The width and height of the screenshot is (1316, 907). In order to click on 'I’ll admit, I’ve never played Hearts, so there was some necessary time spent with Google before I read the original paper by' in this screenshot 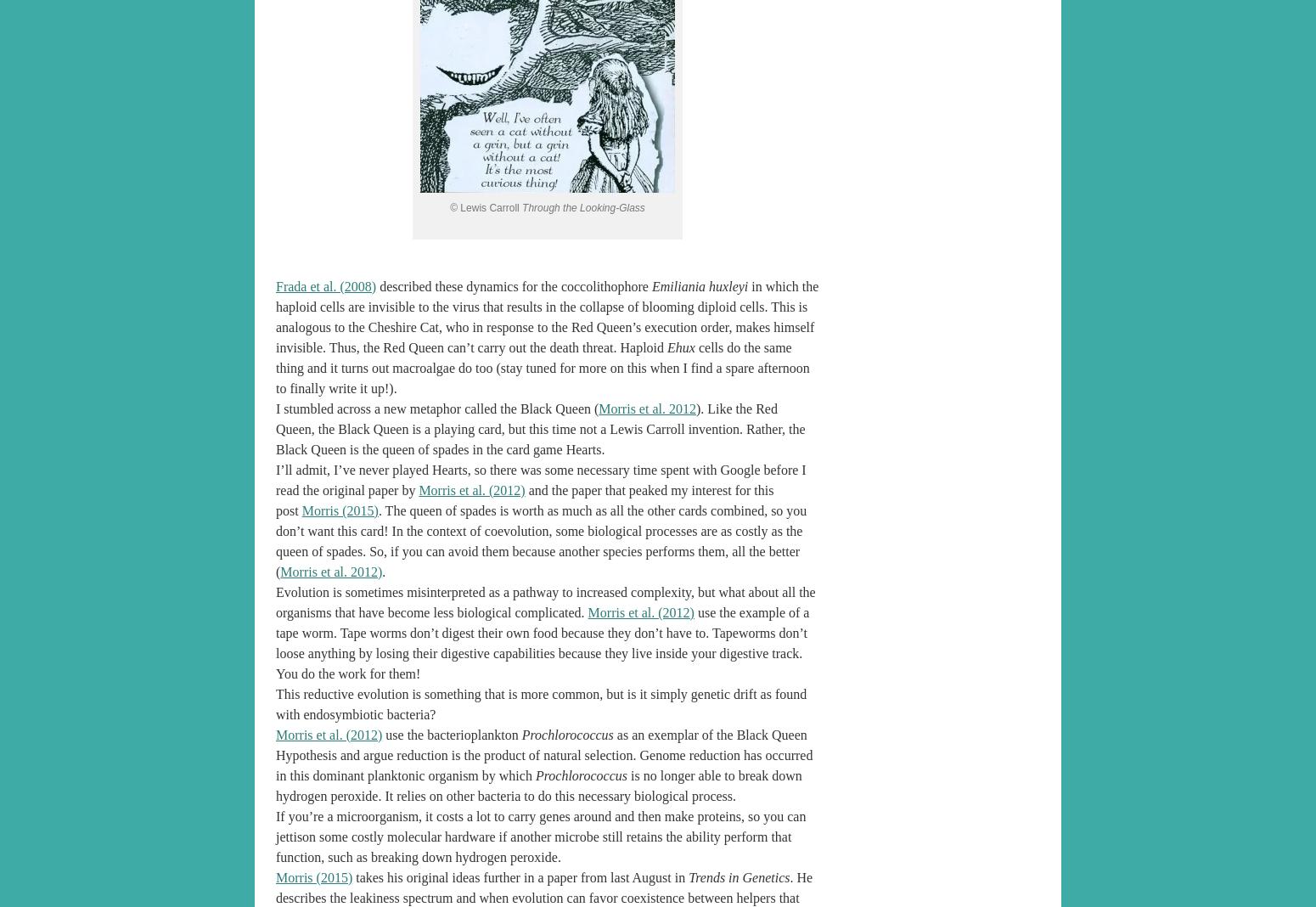, I will do `click(540, 478)`.